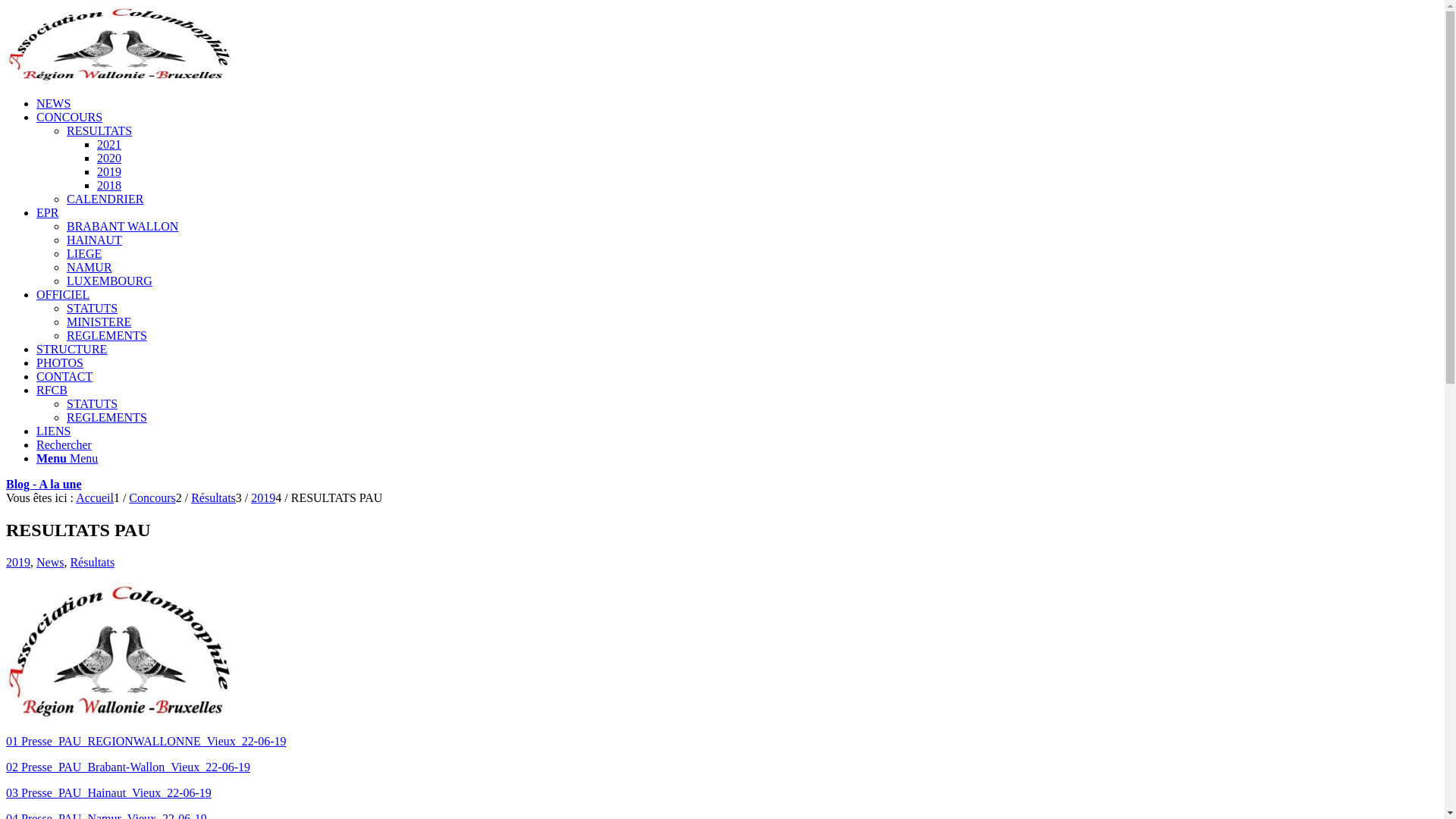 This screenshot has width=1456, height=819. Describe the element at coordinates (68, 116) in the screenshot. I see `'CONCOURS'` at that location.